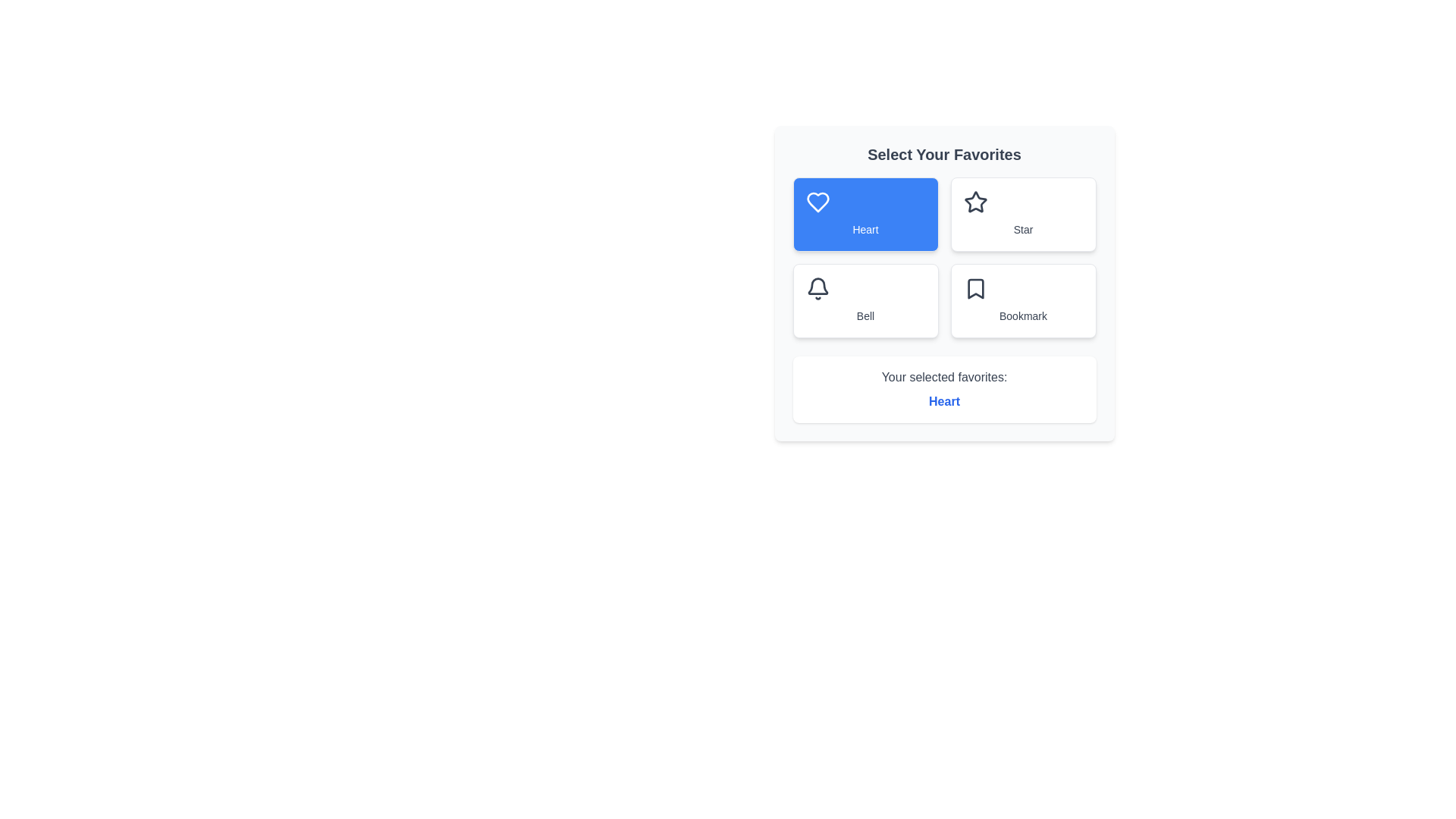 The height and width of the screenshot is (819, 1456). I want to click on the title text 'Select Your Favorites', so click(943, 155).